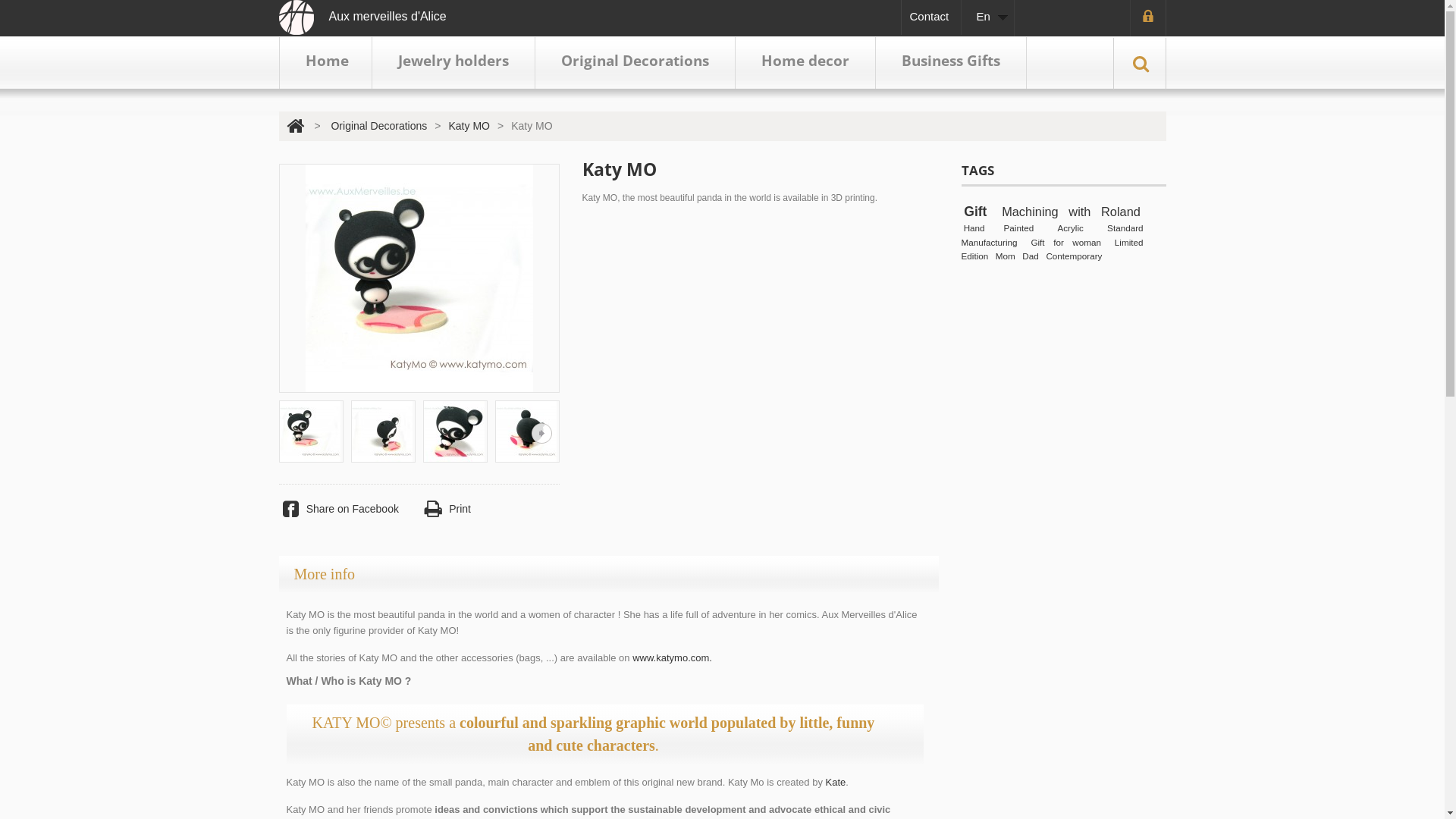 This screenshot has width=1456, height=819. Describe the element at coordinates (960, 236) in the screenshot. I see `'Standard Manufacturing'` at that location.